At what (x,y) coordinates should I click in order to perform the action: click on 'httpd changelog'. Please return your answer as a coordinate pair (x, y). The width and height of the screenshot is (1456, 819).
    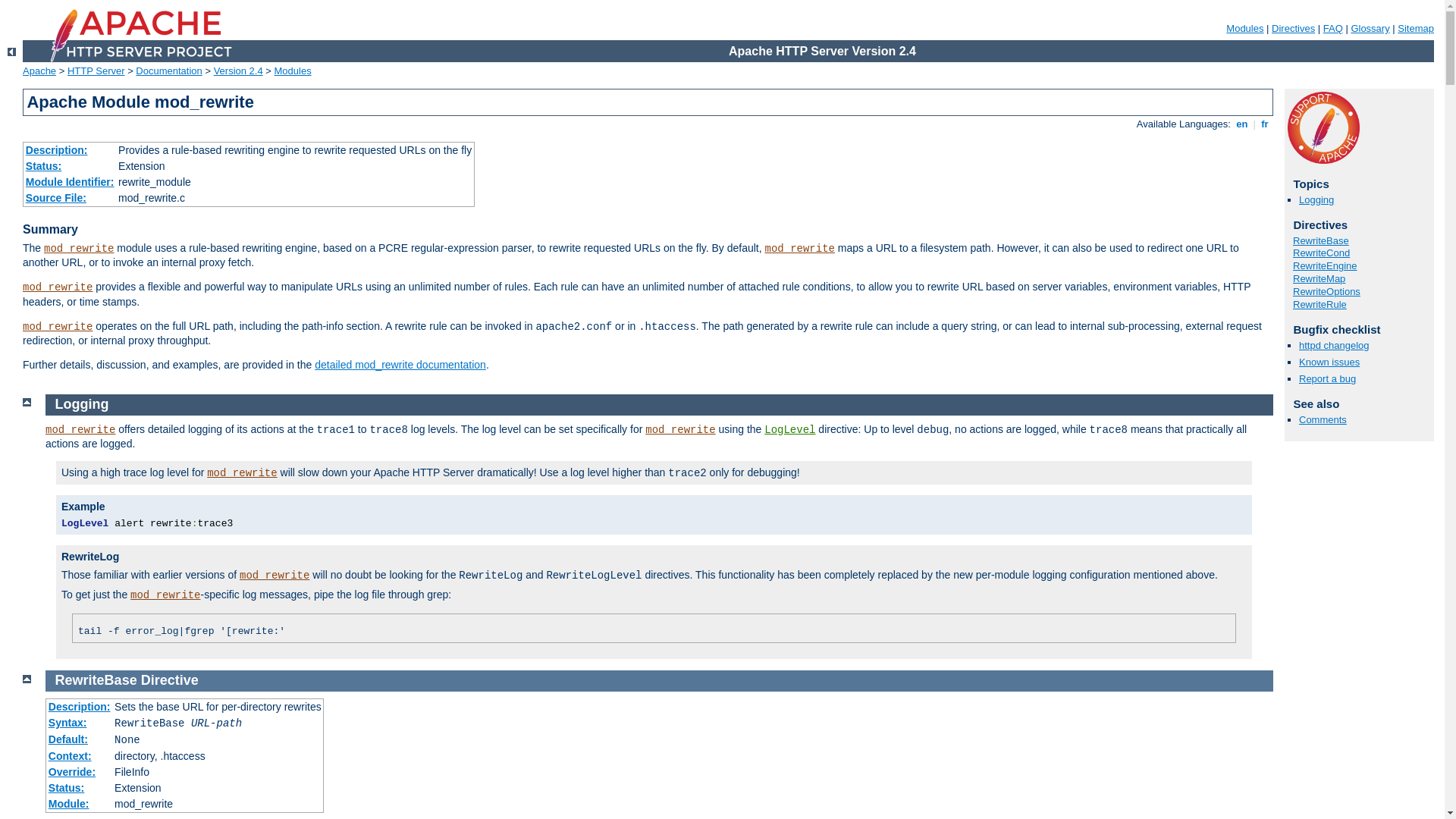
    Looking at the image, I should click on (1333, 345).